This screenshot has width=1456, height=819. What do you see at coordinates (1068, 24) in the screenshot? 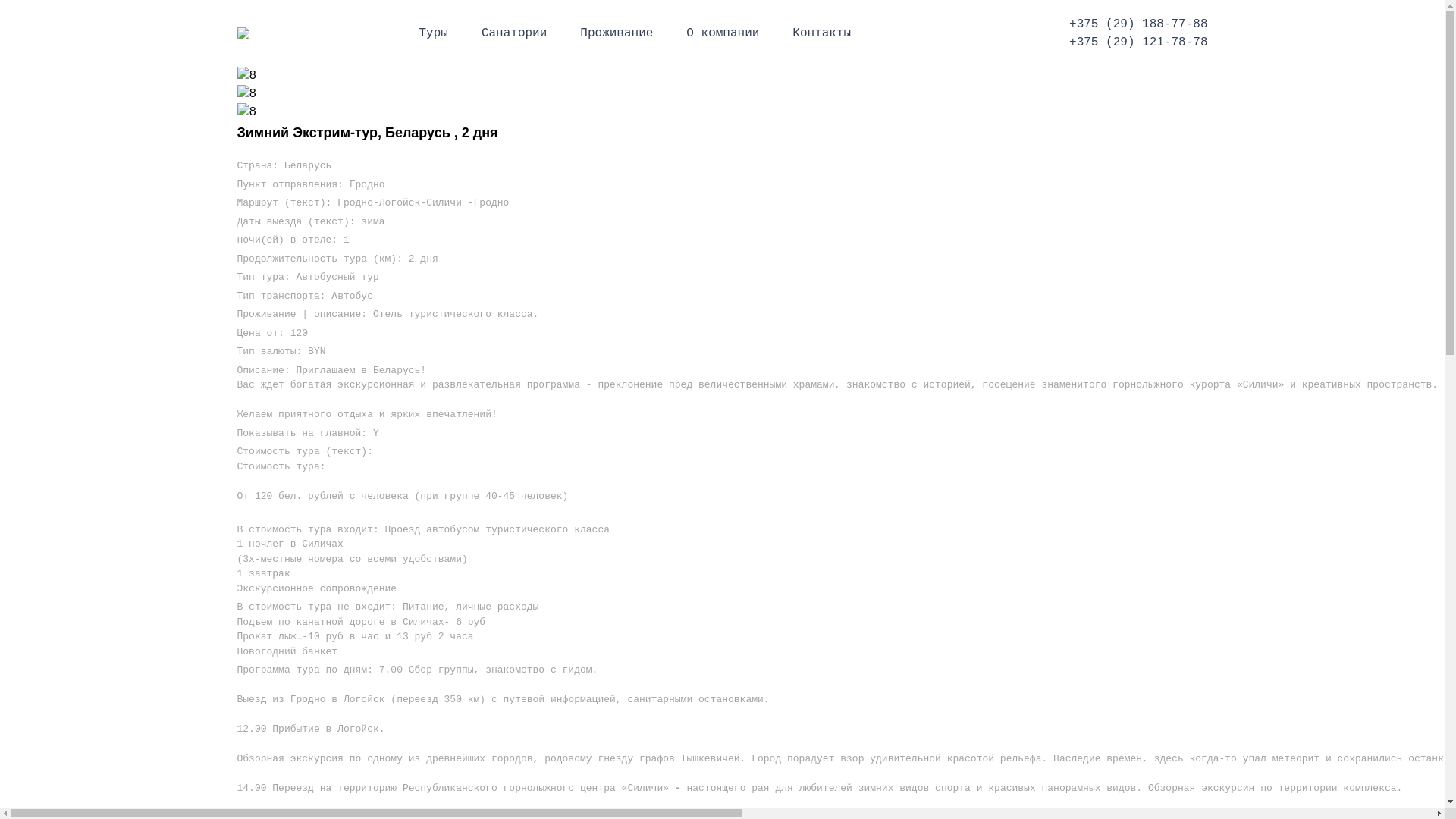
I see `'+375 (29) 188-77-88'` at bounding box center [1068, 24].